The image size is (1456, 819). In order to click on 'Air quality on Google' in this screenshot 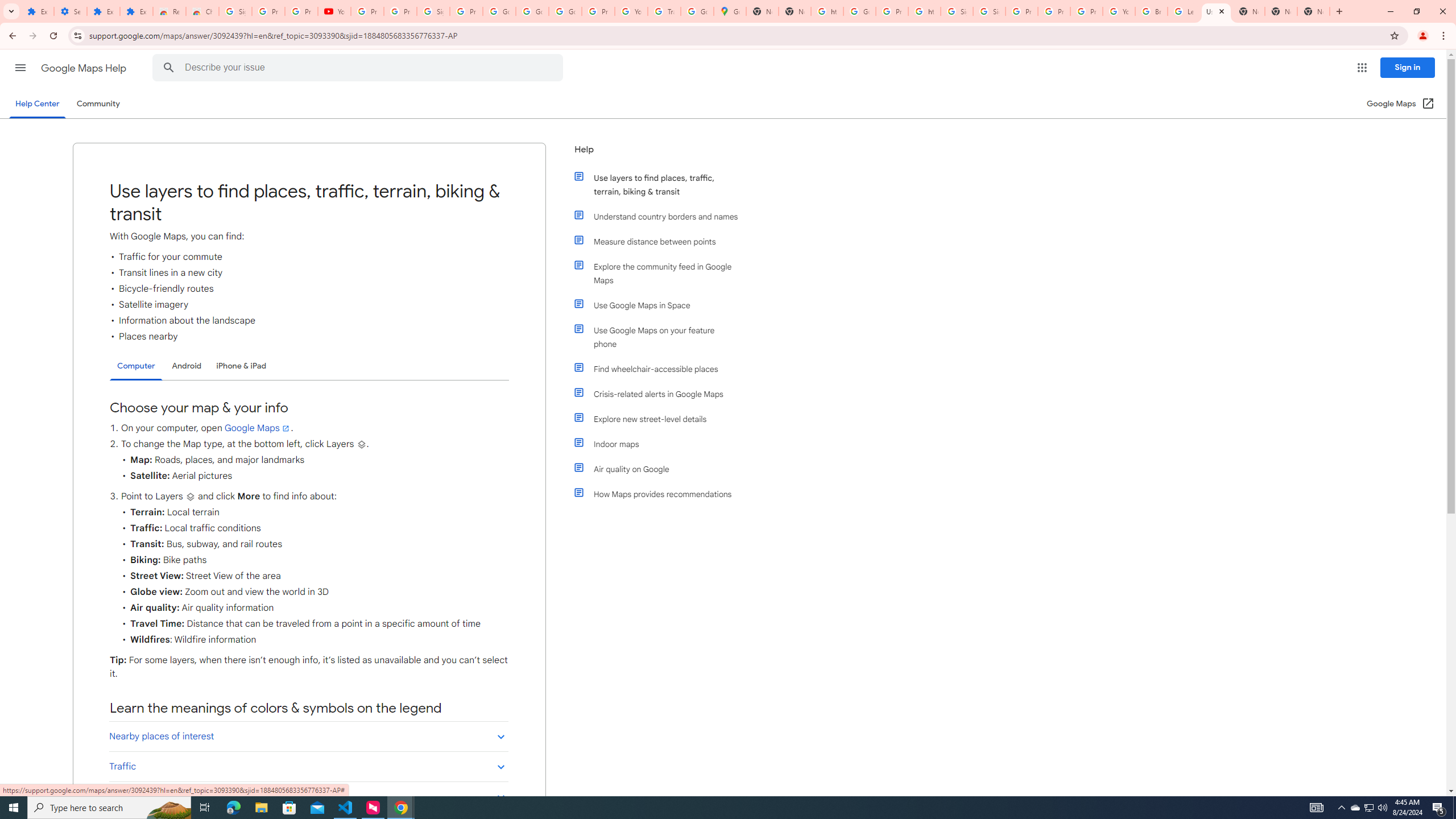, I will do `click(661, 469)`.